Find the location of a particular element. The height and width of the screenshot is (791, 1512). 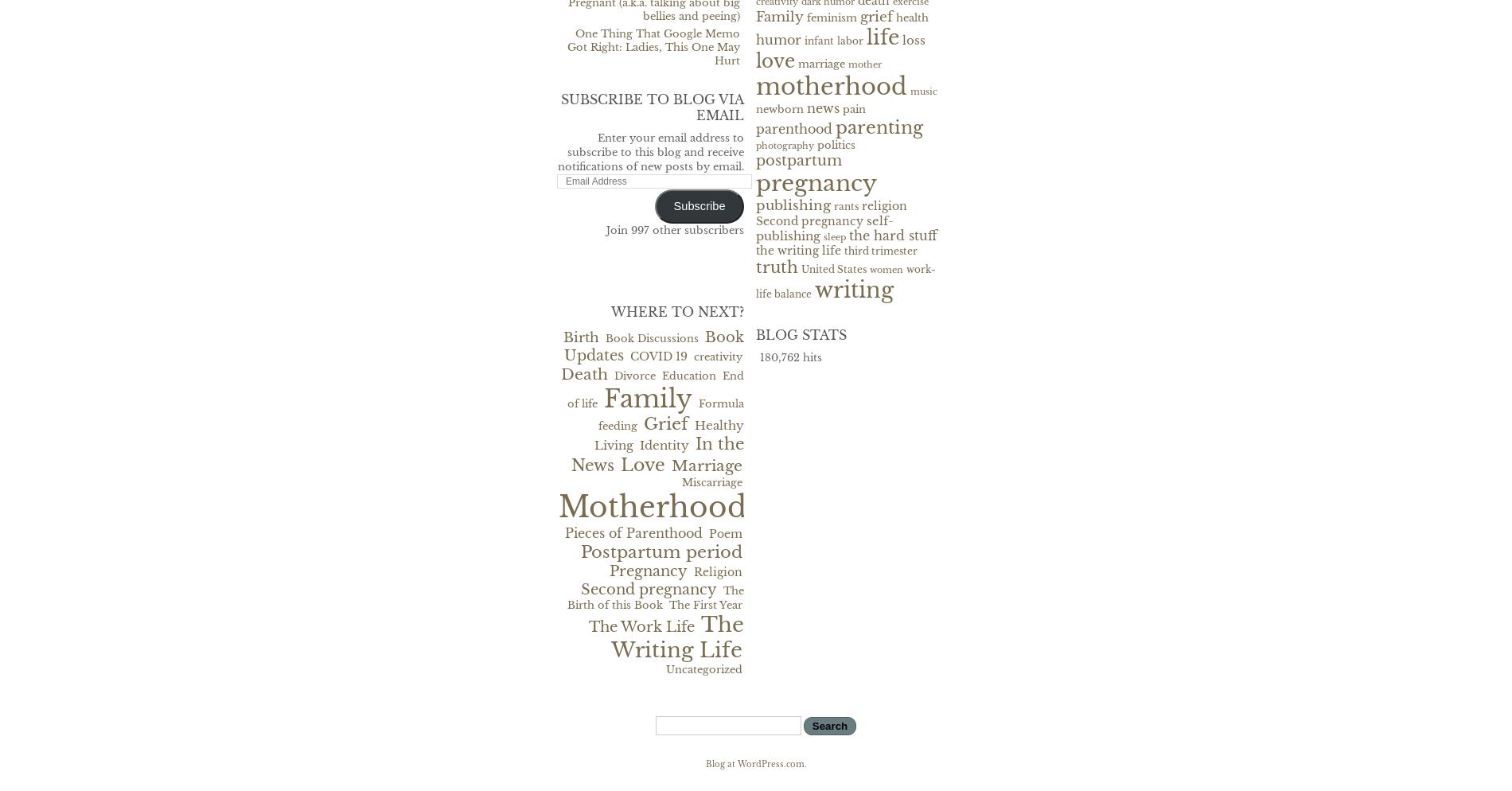

'mother' is located at coordinates (848, 64).